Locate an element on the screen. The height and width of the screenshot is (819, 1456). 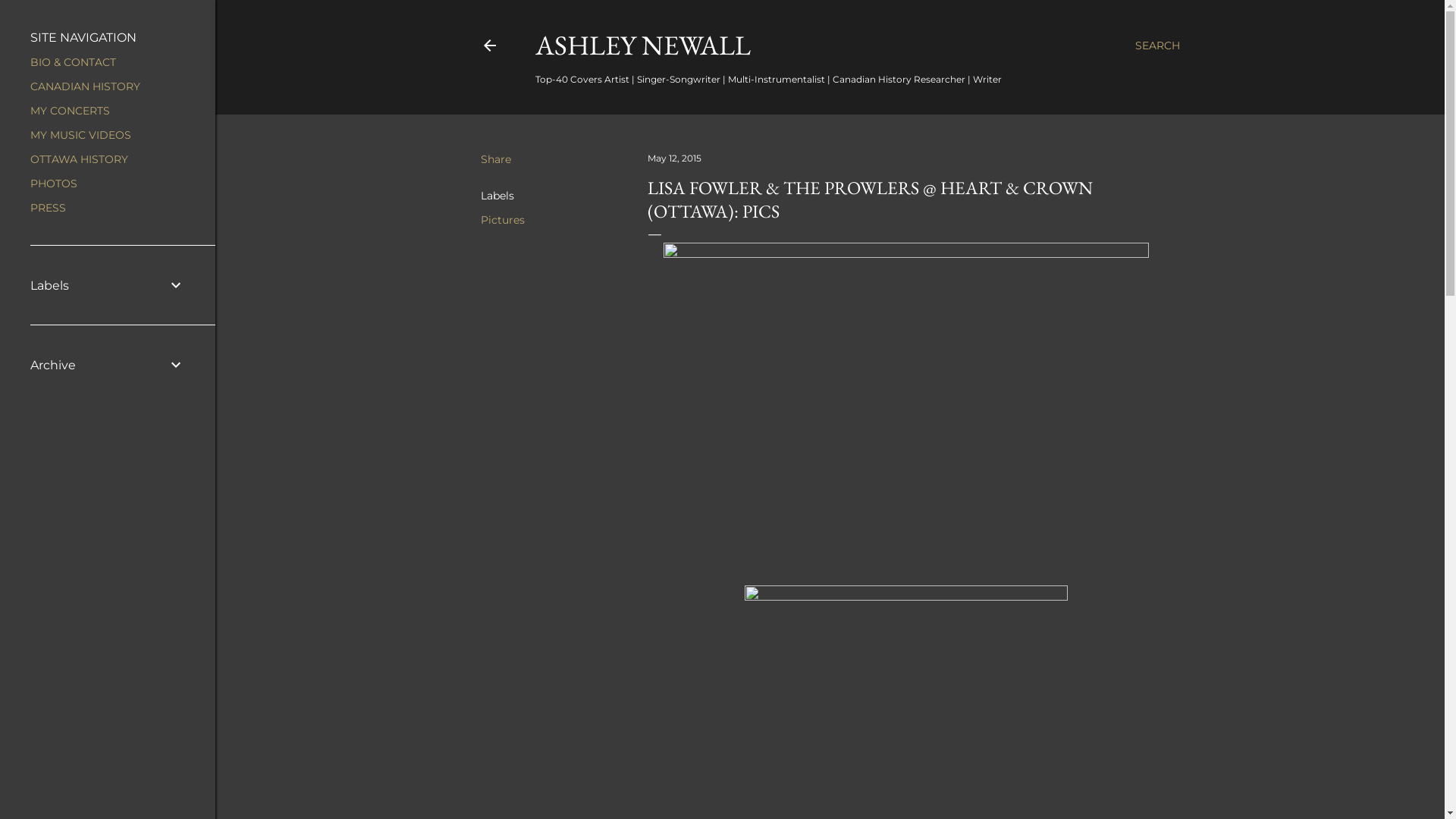
'MY CONCERTS' is located at coordinates (69, 110).